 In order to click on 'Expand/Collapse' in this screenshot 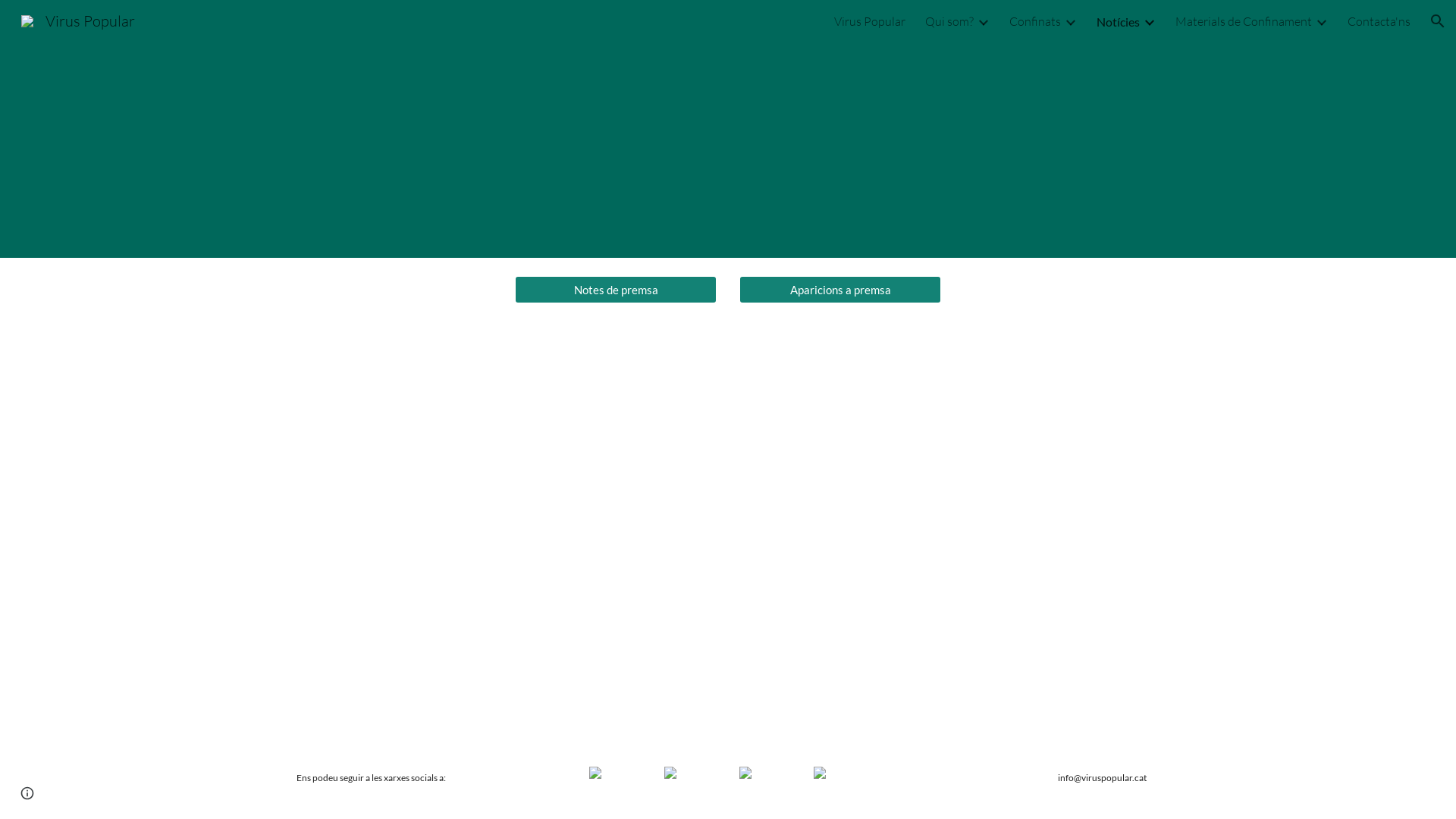, I will do `click(1069, 20)`.